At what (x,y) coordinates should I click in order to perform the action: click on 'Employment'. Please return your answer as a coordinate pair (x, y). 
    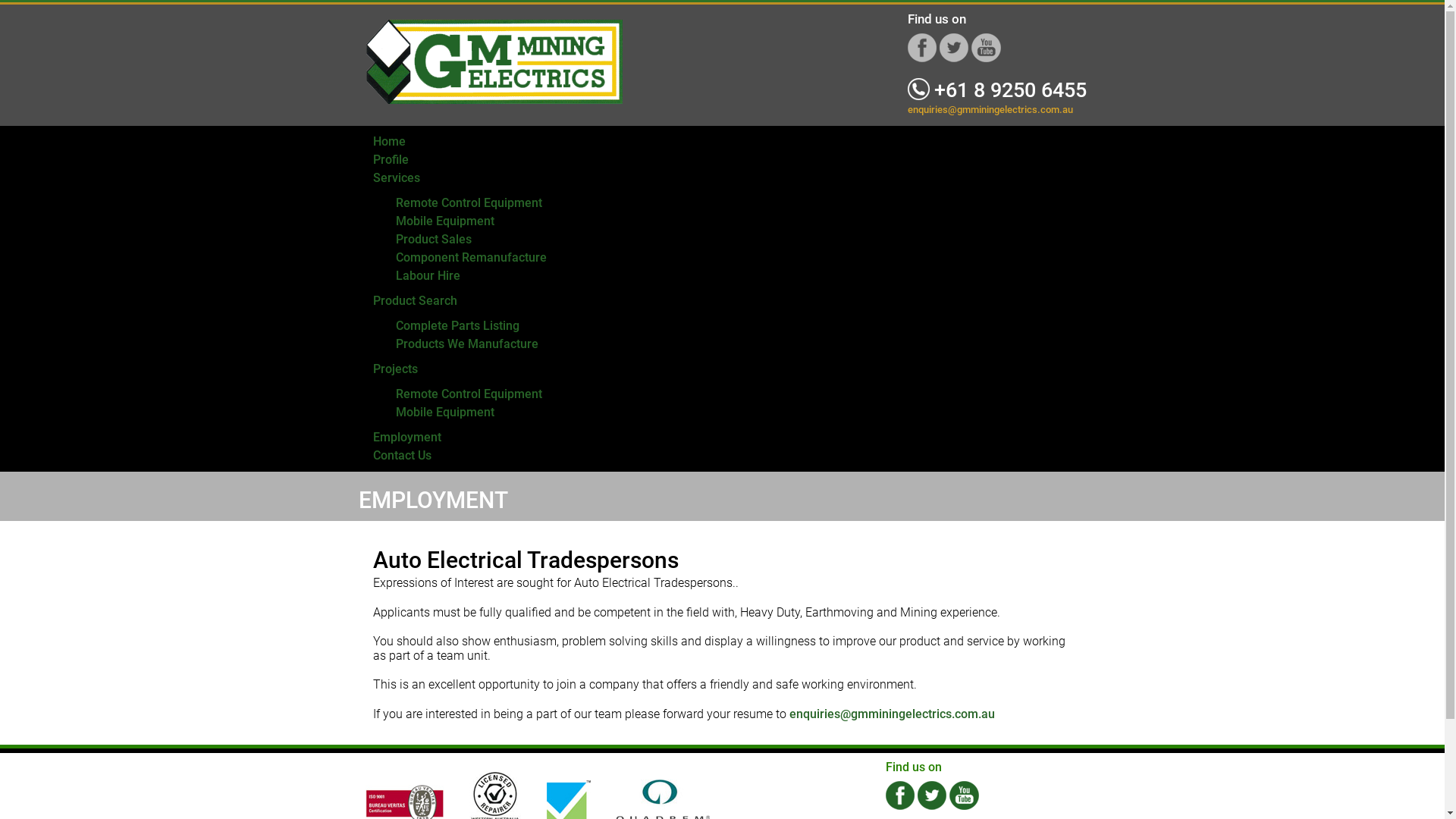
    Looking at the image, I should click on (407, 437).